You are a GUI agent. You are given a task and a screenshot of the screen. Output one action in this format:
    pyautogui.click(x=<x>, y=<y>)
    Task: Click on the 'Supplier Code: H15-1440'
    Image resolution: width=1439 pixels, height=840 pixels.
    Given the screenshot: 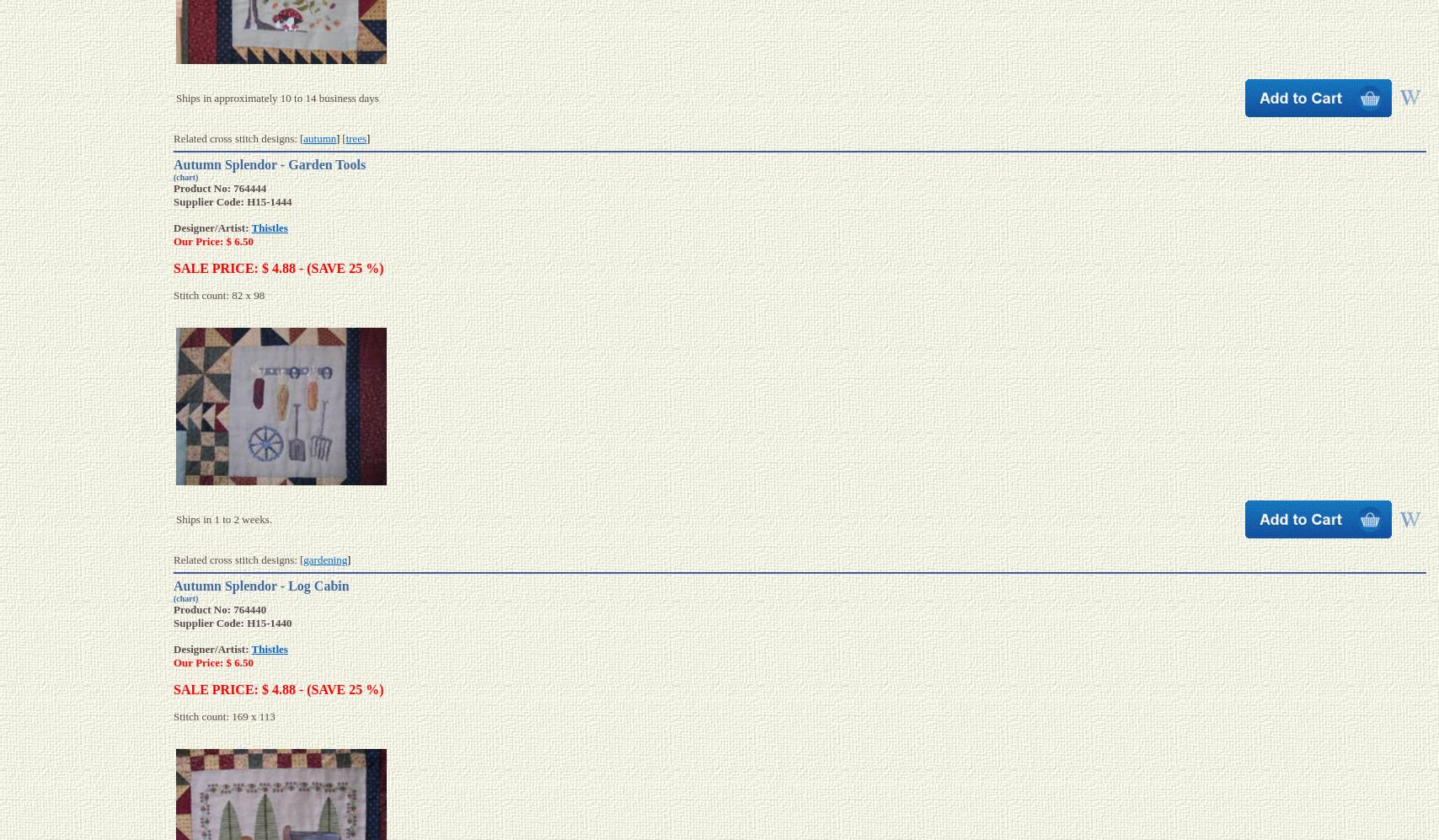 What is the action you would take?
    pyautogui.click(x=233, y=623)
    